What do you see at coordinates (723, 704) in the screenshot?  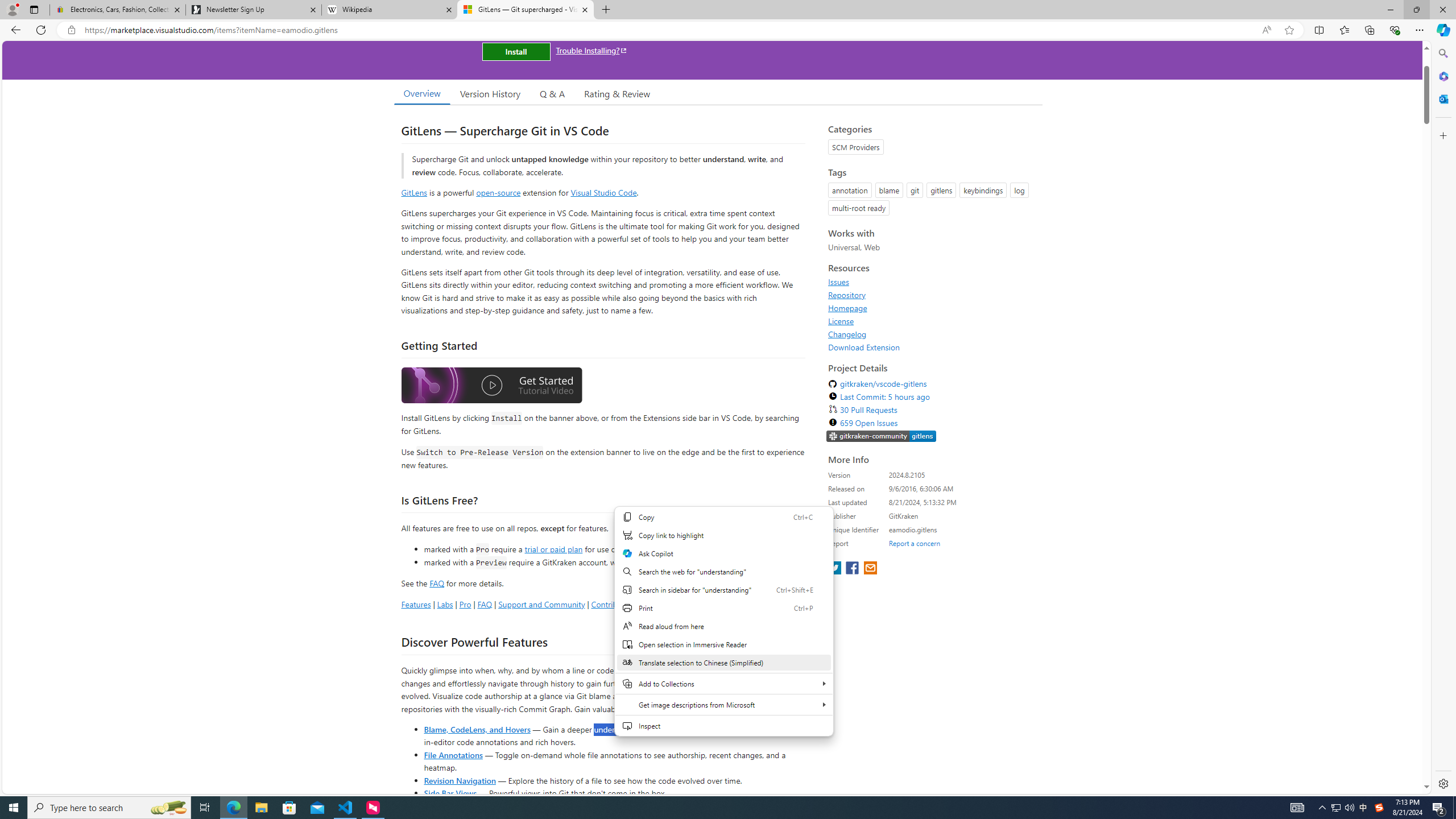 I see `'Get image descriptions from Microsoft'` at bounding box center [723, 704].